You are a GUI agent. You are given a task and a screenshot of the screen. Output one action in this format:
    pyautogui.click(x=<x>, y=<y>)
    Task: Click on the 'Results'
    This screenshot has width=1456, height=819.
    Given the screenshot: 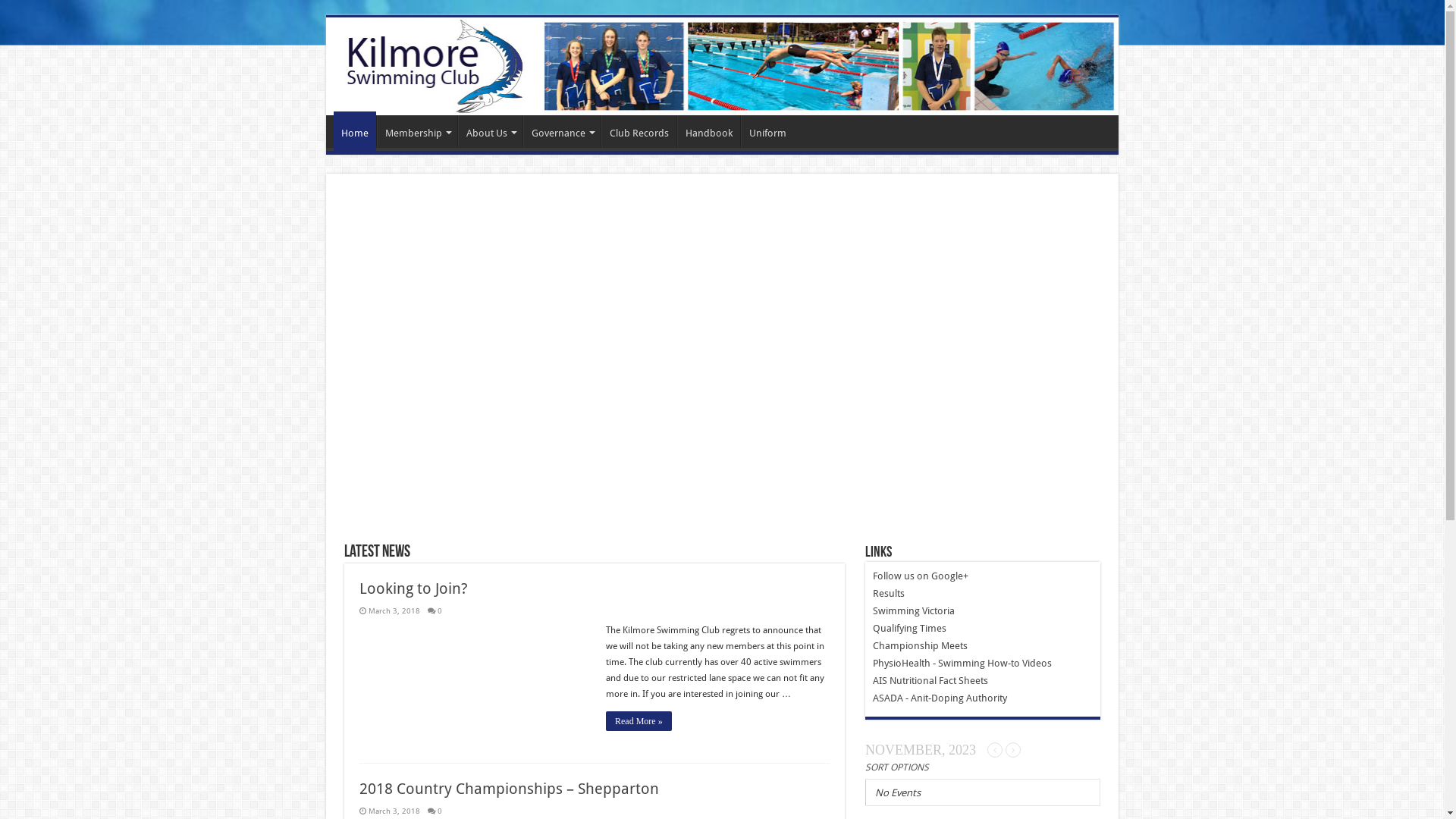 What is the action you would take?
    pyautogui.click(x=888, y=591)
    